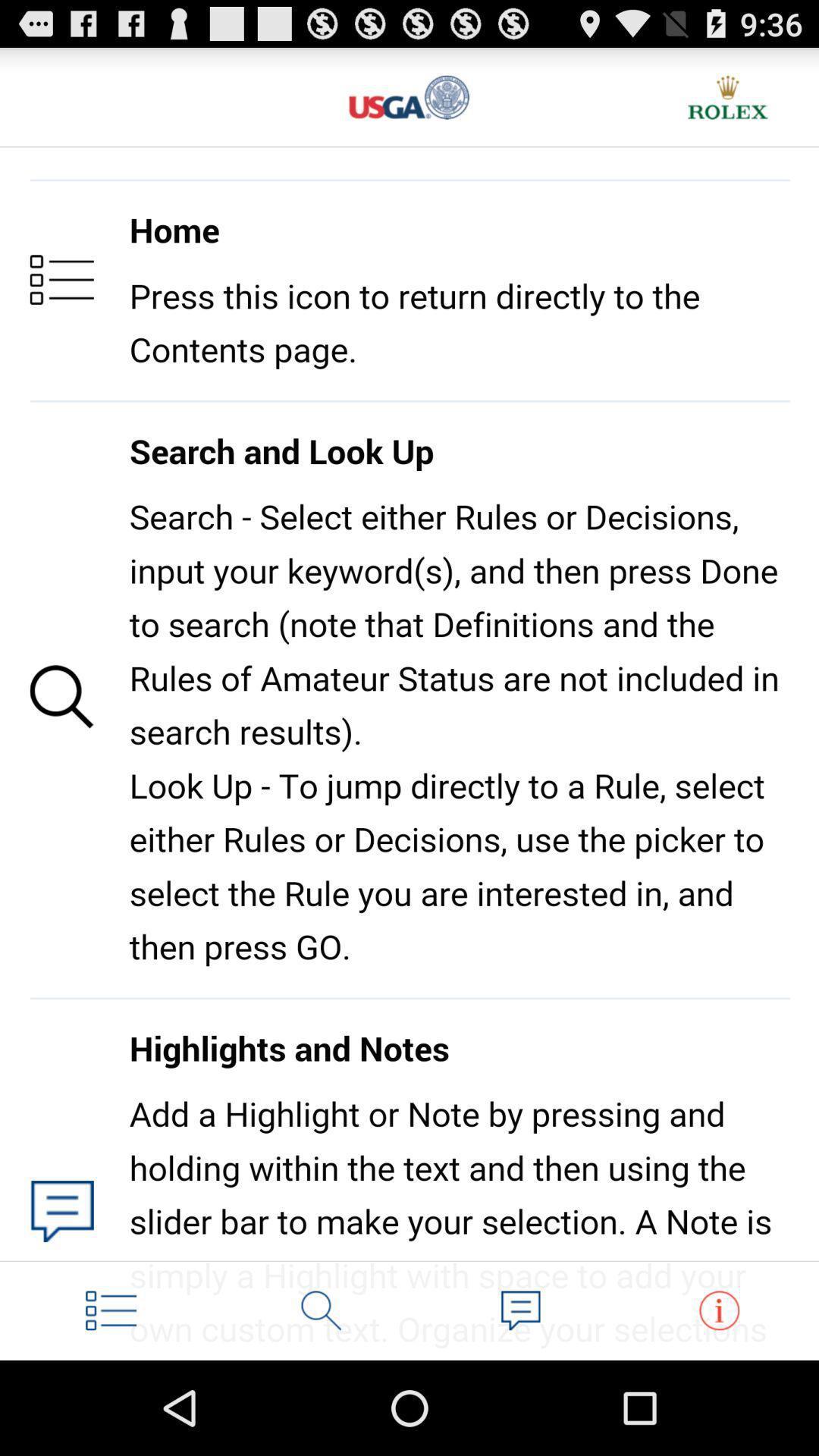 The width and height of the screenshot is (819, 1456). Describe the element at coordinates (409, 96) in the screenshot. I see `usga latest golf rules` at that location.